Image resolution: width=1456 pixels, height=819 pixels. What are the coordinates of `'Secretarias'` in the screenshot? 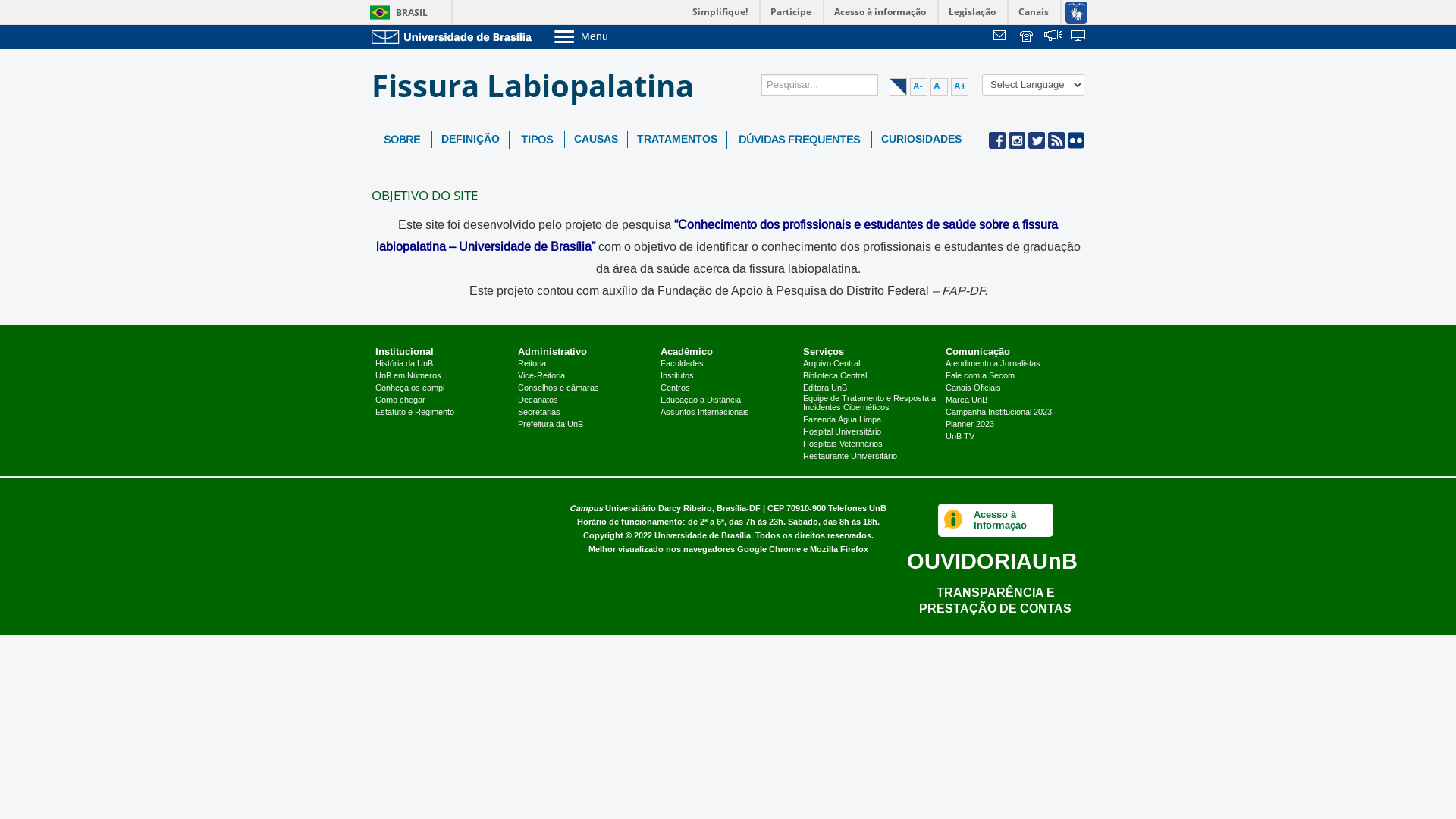 It's located at (538, 412).